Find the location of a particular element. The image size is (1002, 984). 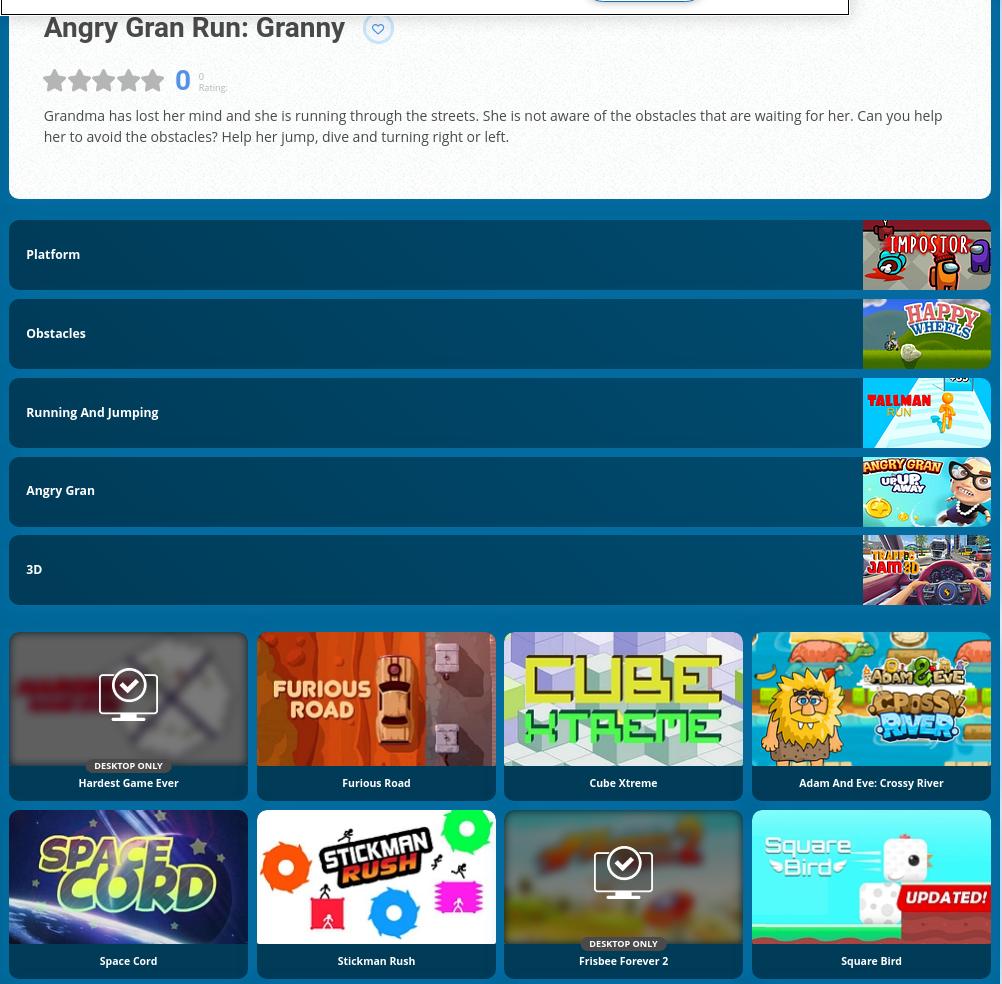

'Rating:' is located at coordinates (197, 85).